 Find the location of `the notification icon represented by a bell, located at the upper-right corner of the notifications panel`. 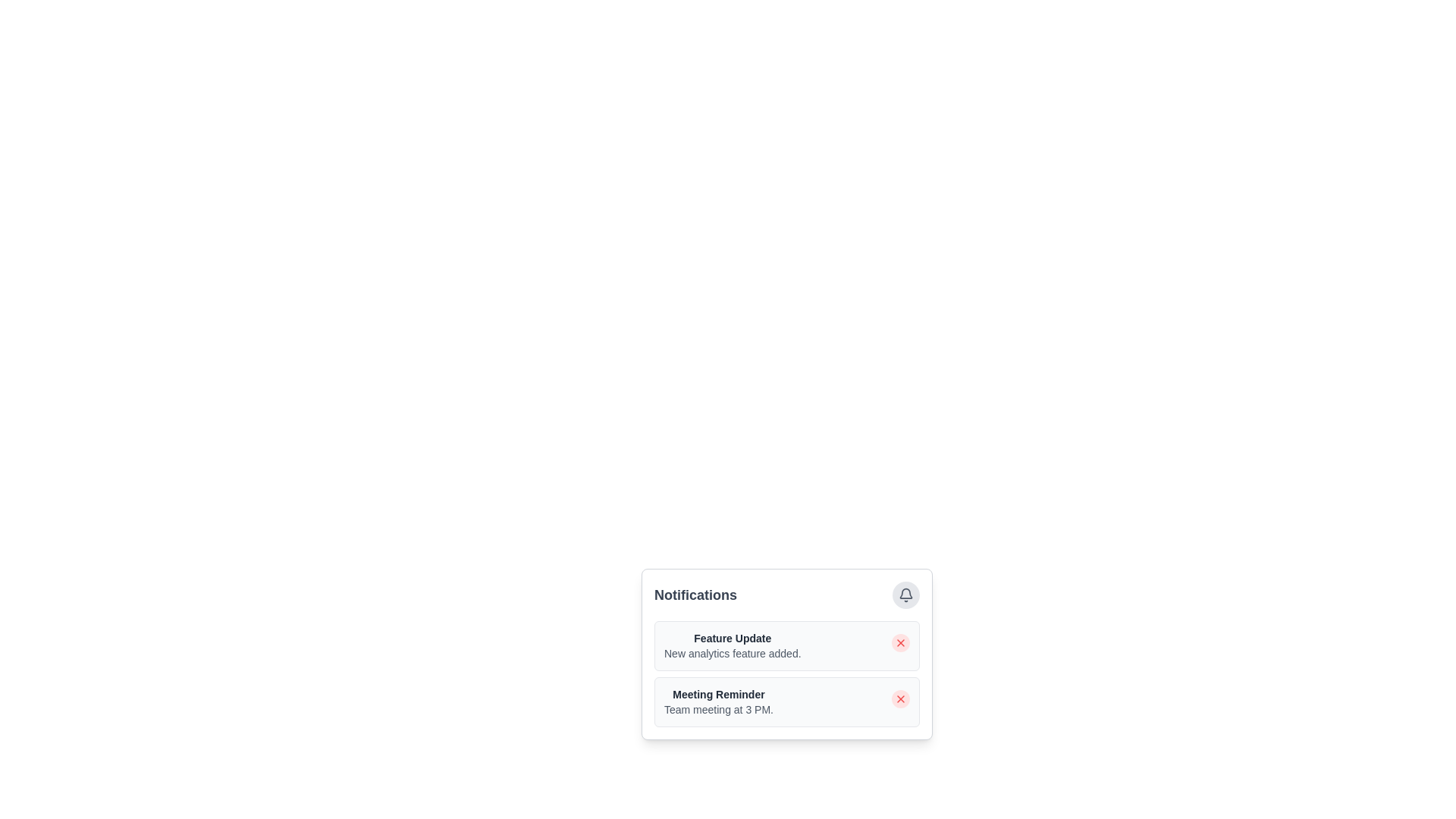

the notification icon represented by a bell, located at the upper-right corner of the notifications panel is located at coordinates (906, 595).